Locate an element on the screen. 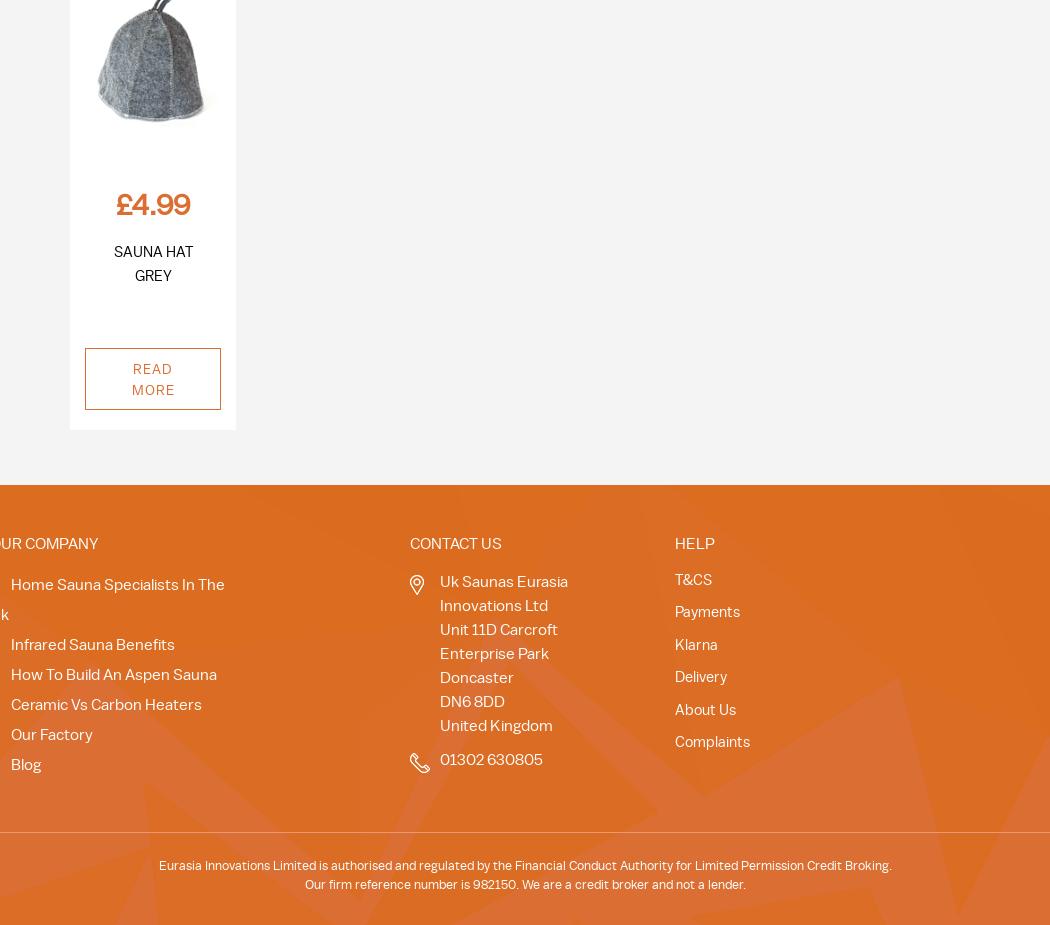  'United Kingdom' is located at coordinates (494, 725).